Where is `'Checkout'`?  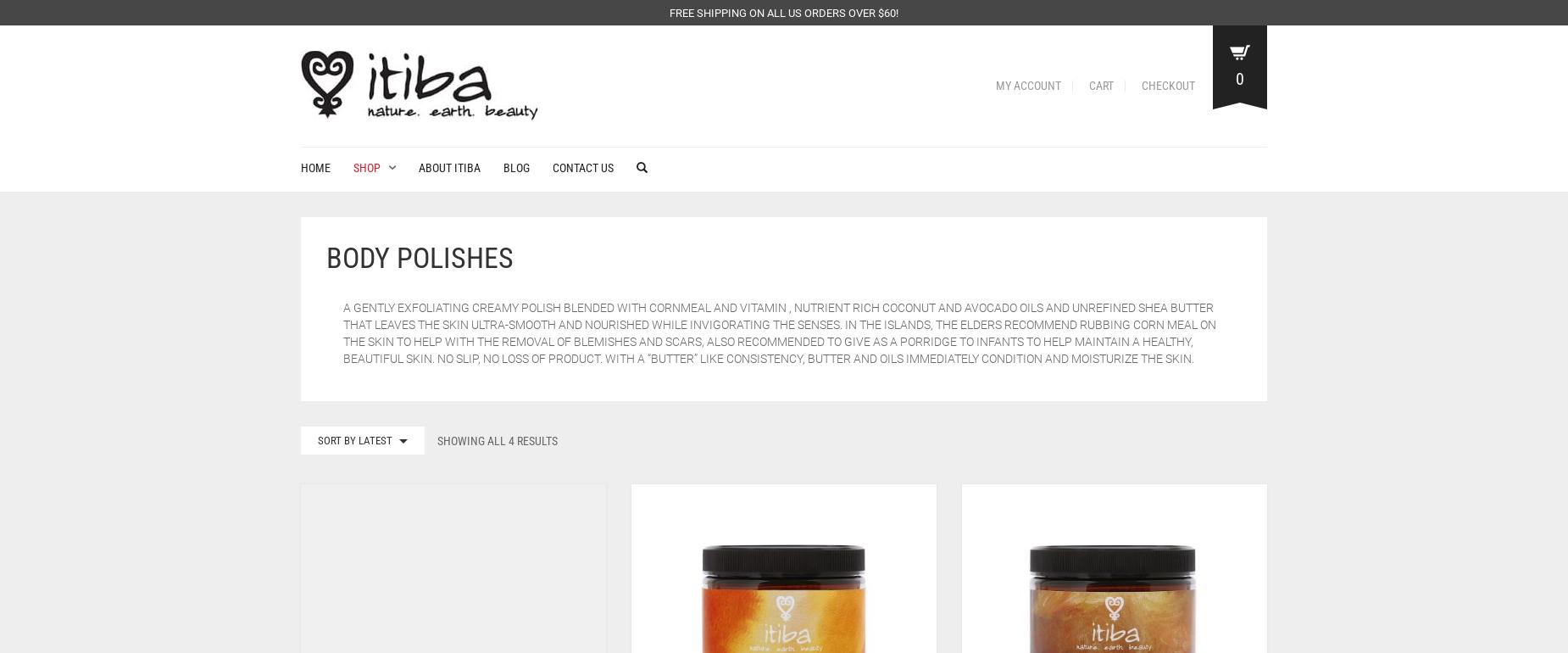 'Checkout' is located at coordinates (1167, 85).